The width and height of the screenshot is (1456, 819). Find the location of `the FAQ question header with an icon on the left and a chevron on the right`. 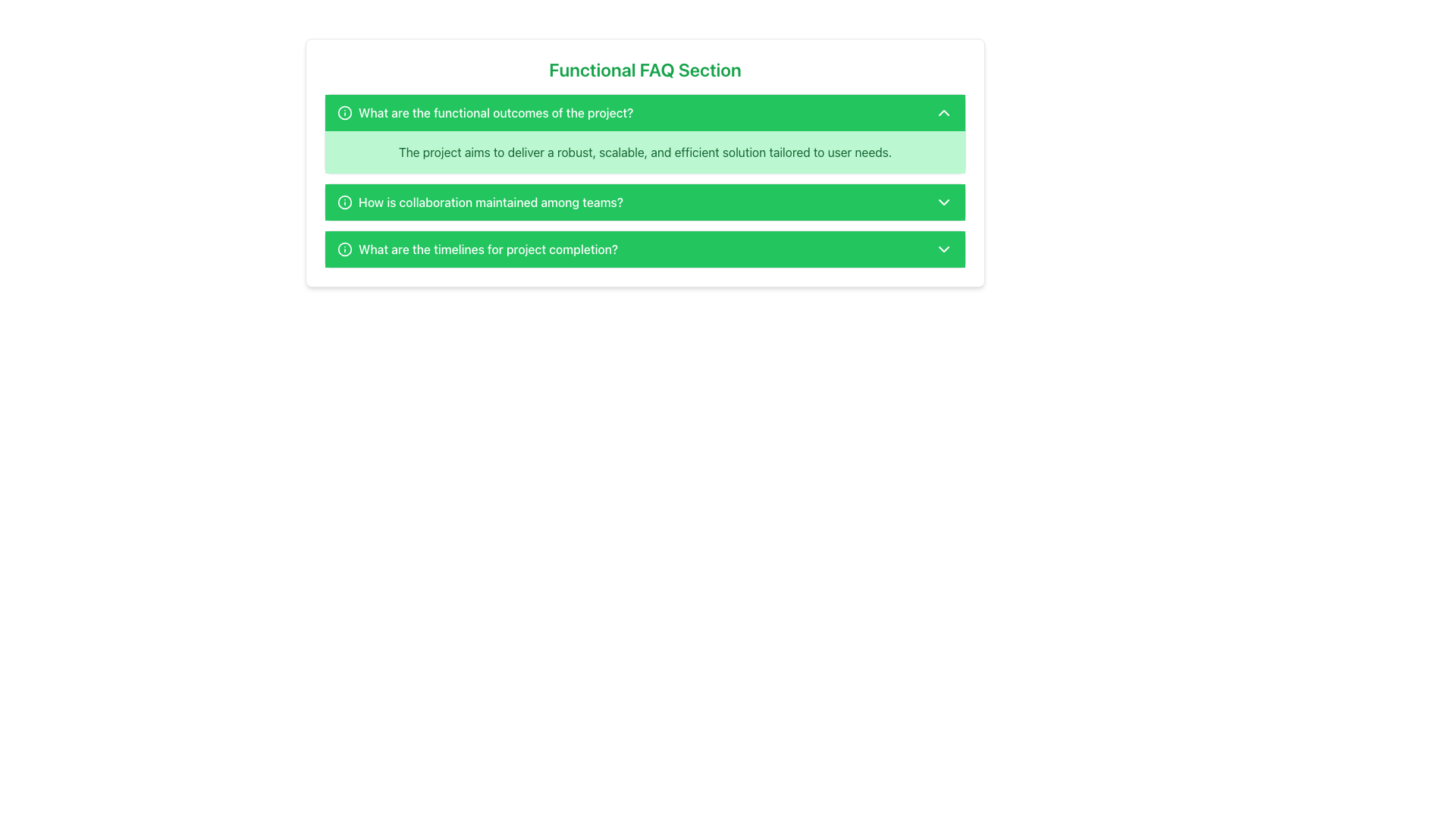

the FAQ question header with an icon on the left and a chevron on the right is located at coordinates (485, 112).